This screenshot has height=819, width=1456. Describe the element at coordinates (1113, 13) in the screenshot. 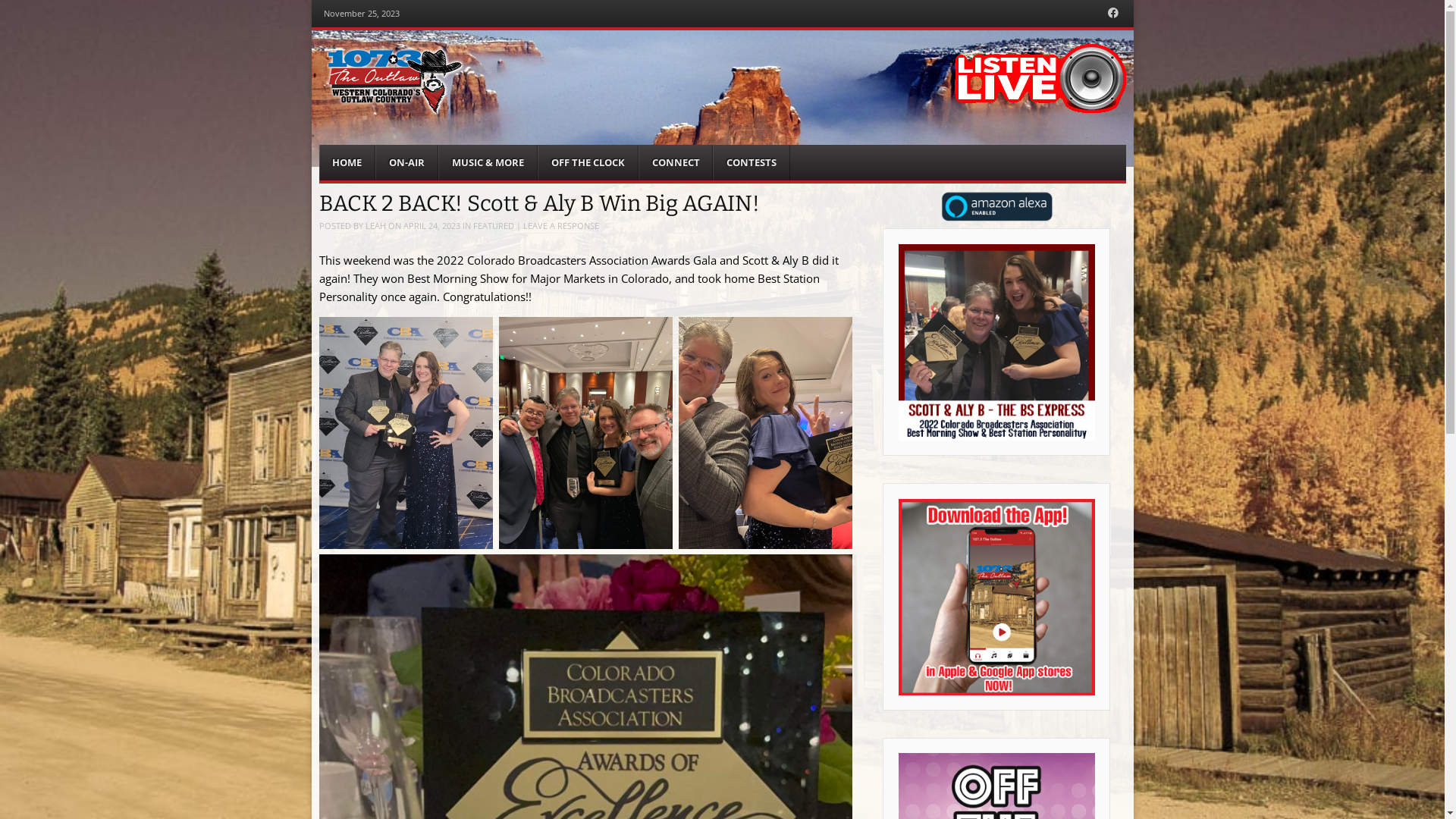

I see `'Facebook'` at that location.